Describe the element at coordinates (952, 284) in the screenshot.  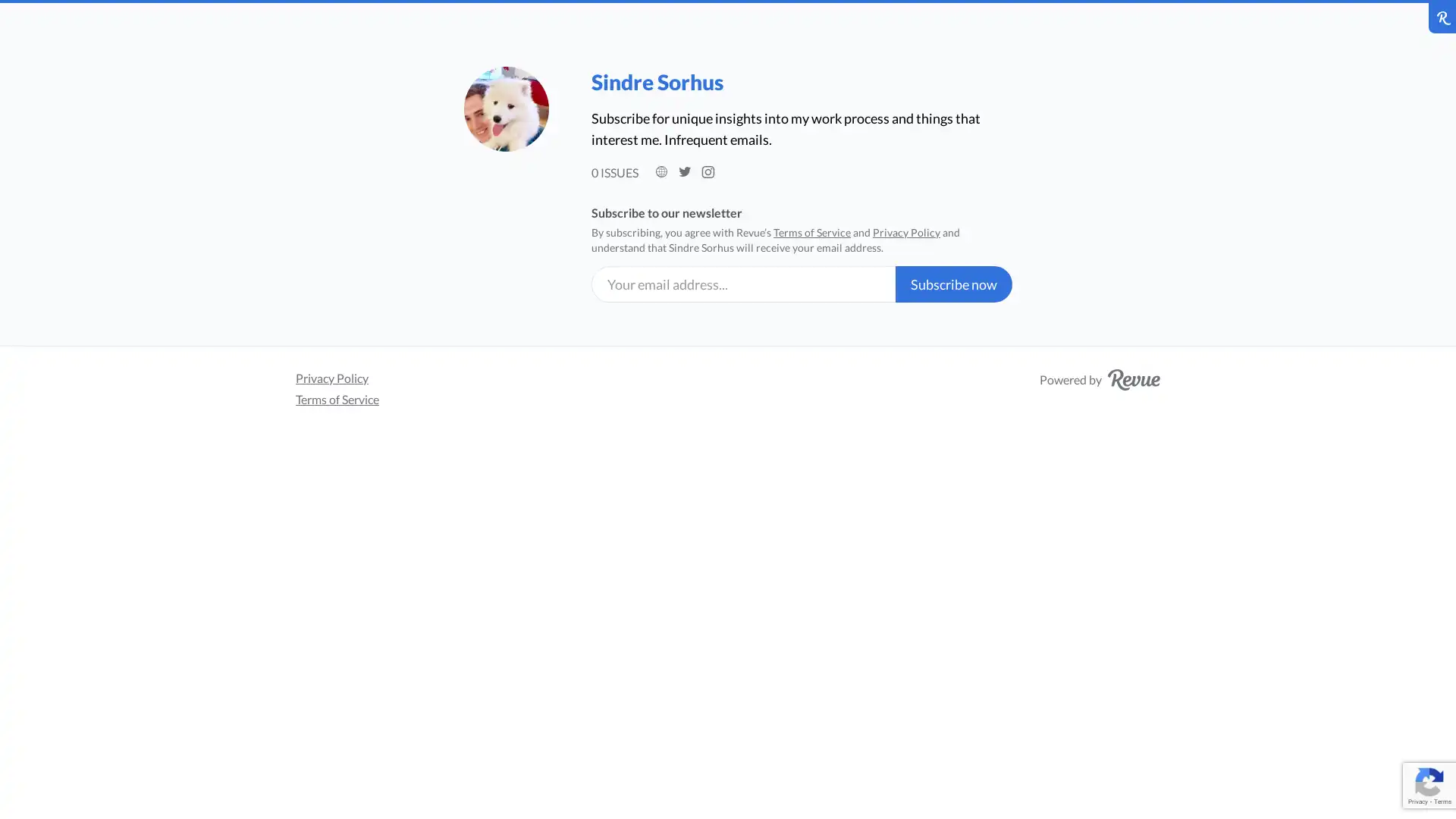
I see `Subscribe now` at that location.